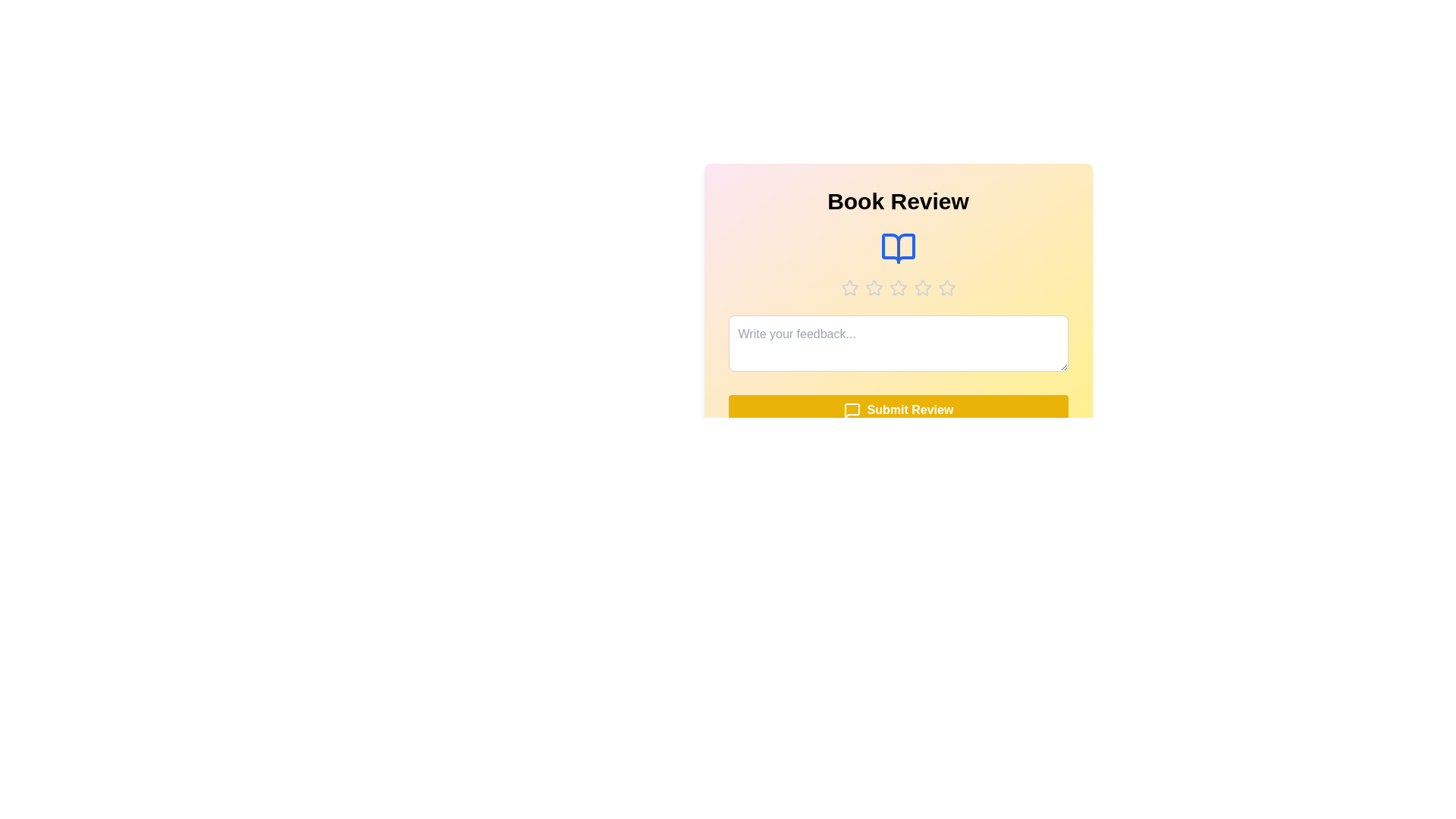 This screenshot has width=1456, height=819. Describe the element at coordinates (946, 288) in the screenshot. I see `the star corresponding to the desired rating 5` at that location.